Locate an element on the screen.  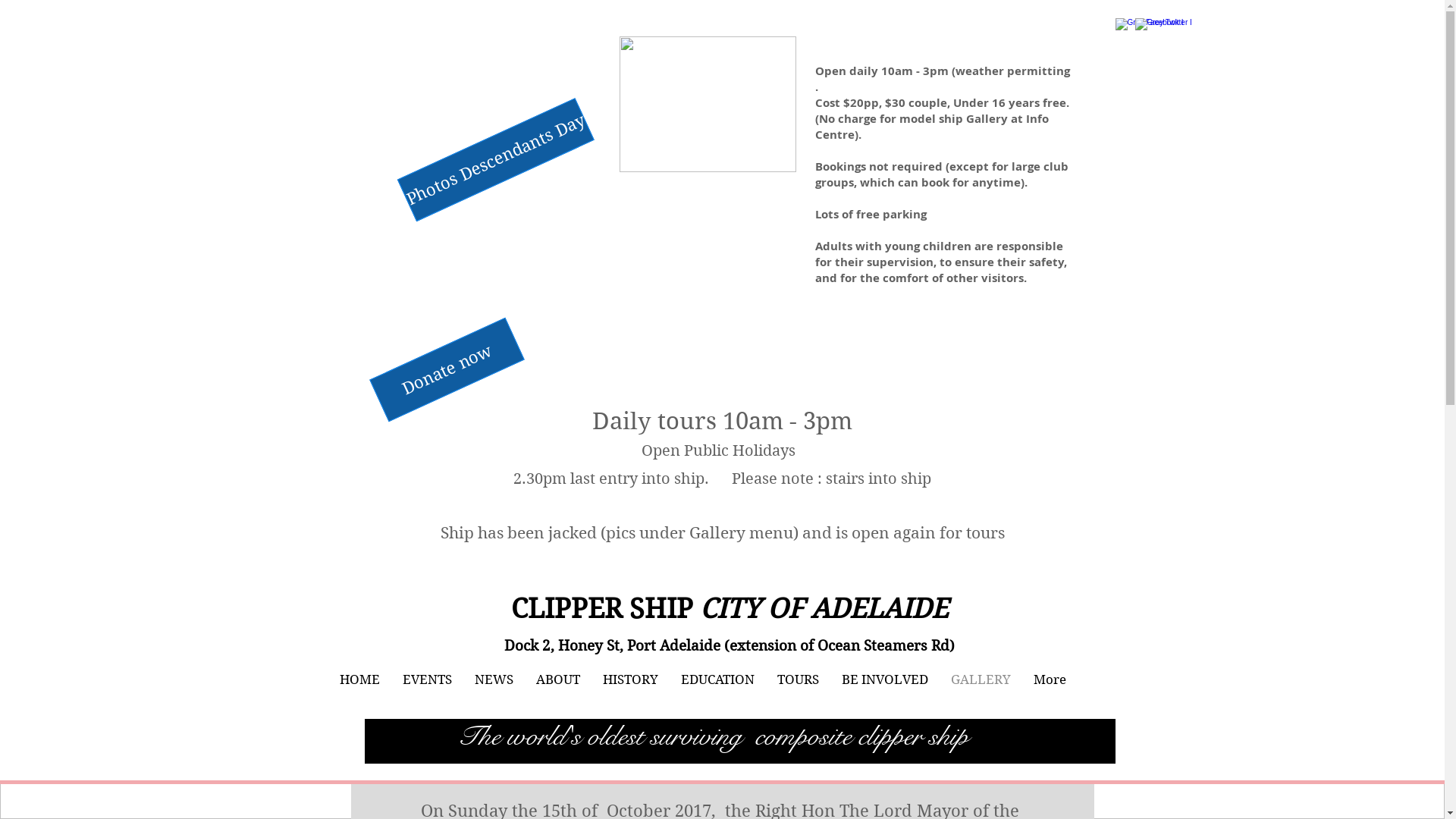
'HOME' is located at coordinates (358, 679).